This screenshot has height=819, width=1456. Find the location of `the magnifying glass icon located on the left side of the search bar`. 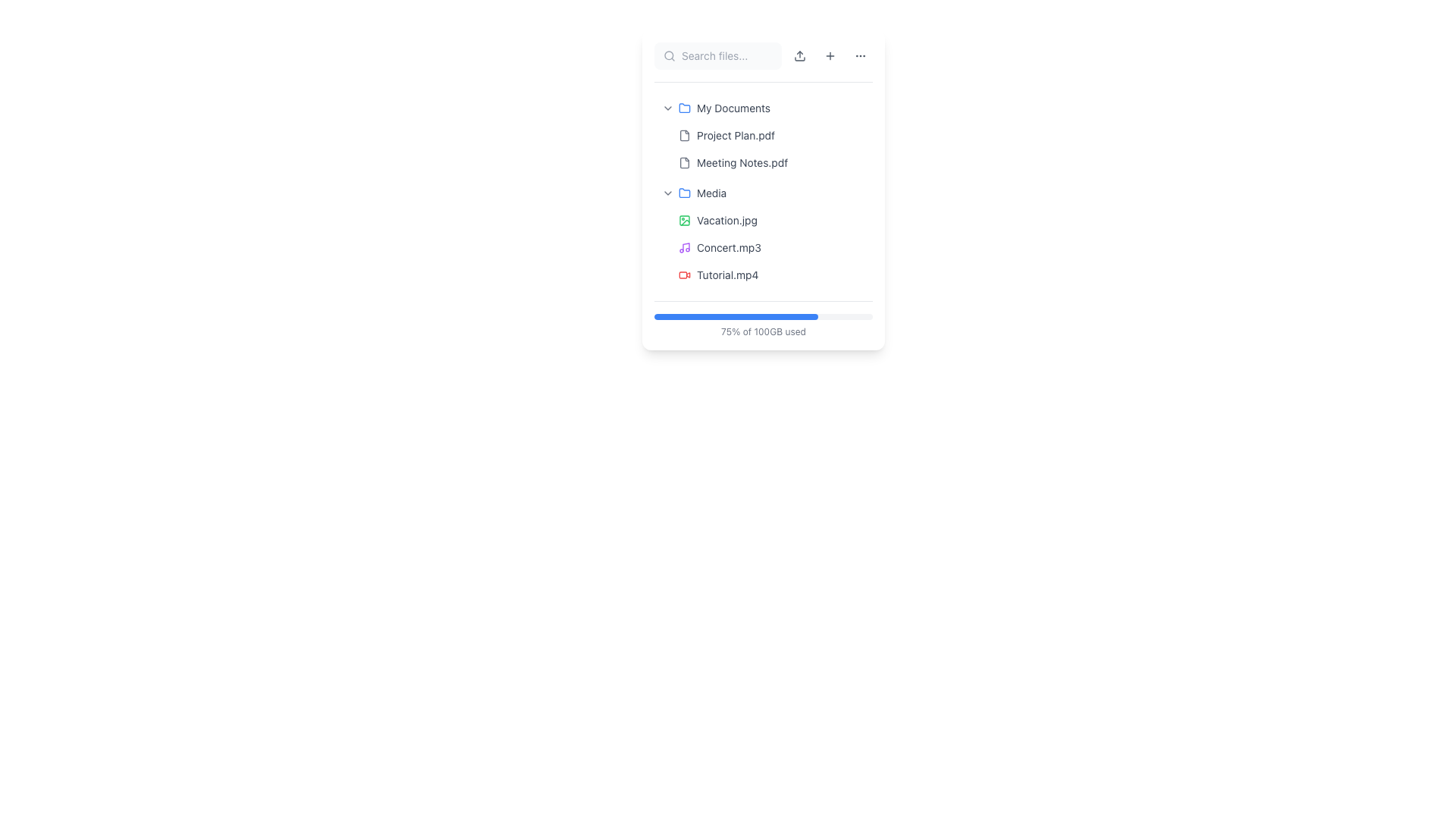

the magnifying glass icon located on the left side of the search bar is located at coordinates (669, 55).